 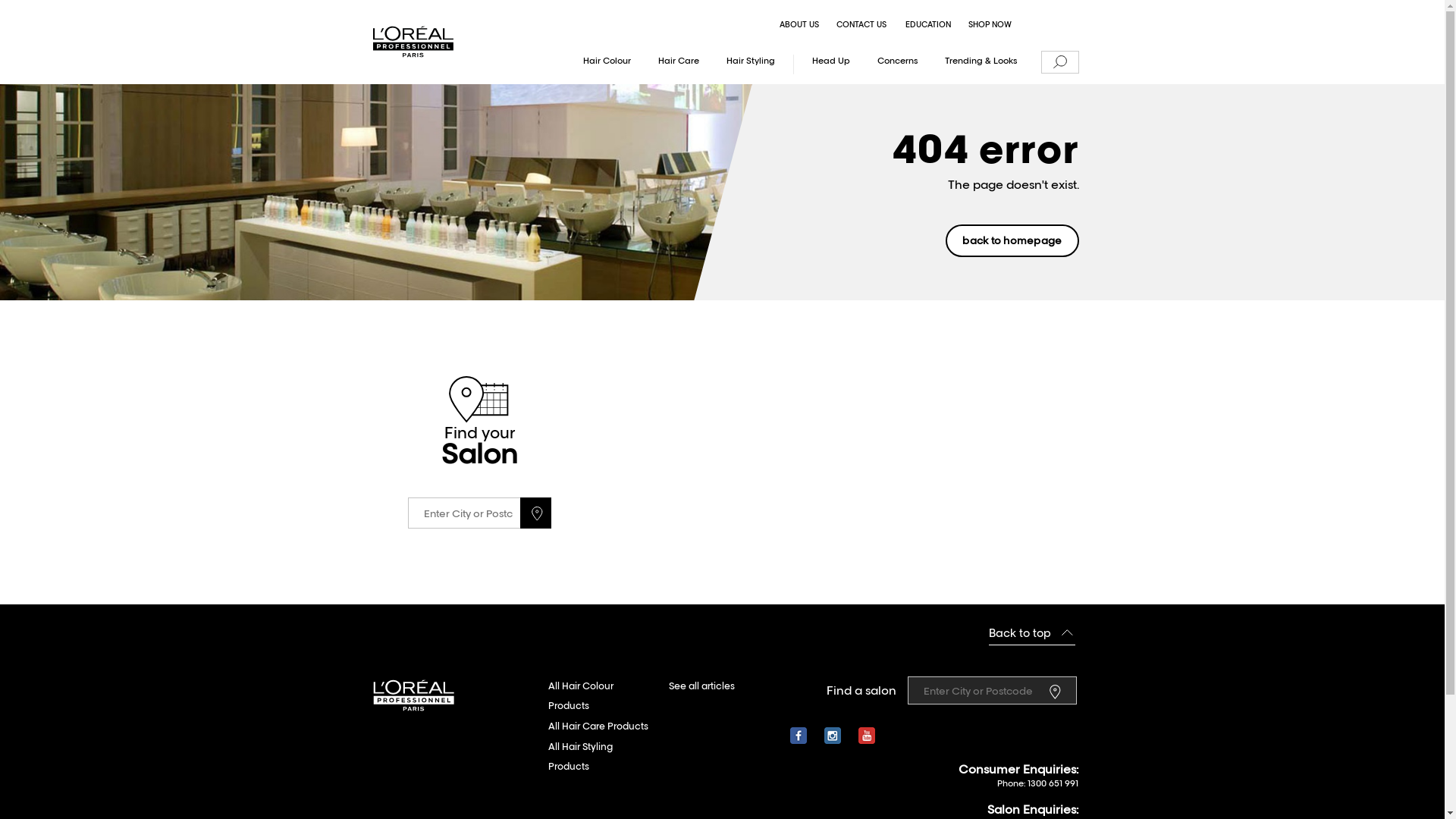 I want to click on 'Find a salon', so click(x=1057, y=690).